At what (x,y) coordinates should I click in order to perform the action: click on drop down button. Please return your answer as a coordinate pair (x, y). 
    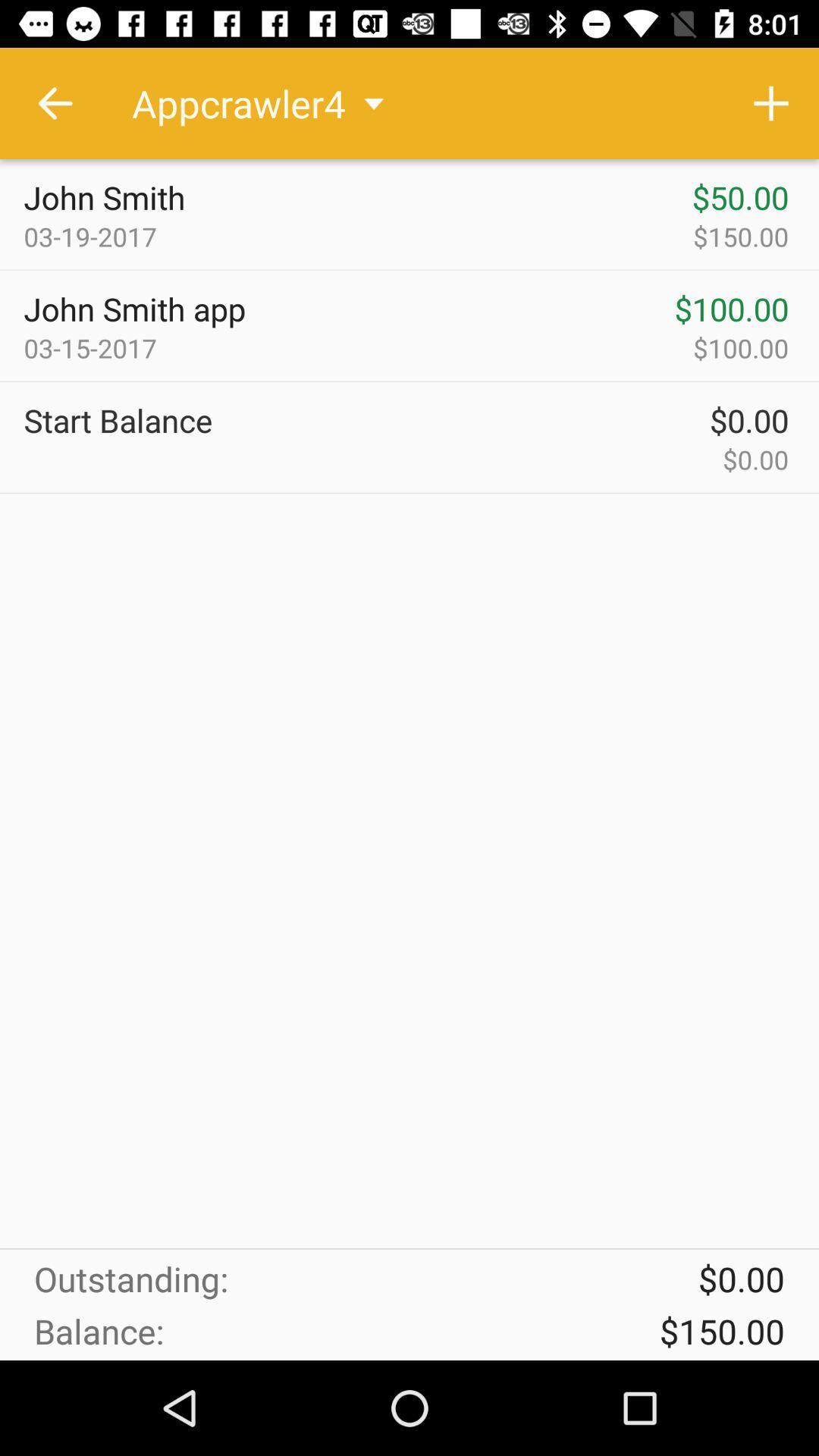
    Looking at the image, I should click on (374, 102).